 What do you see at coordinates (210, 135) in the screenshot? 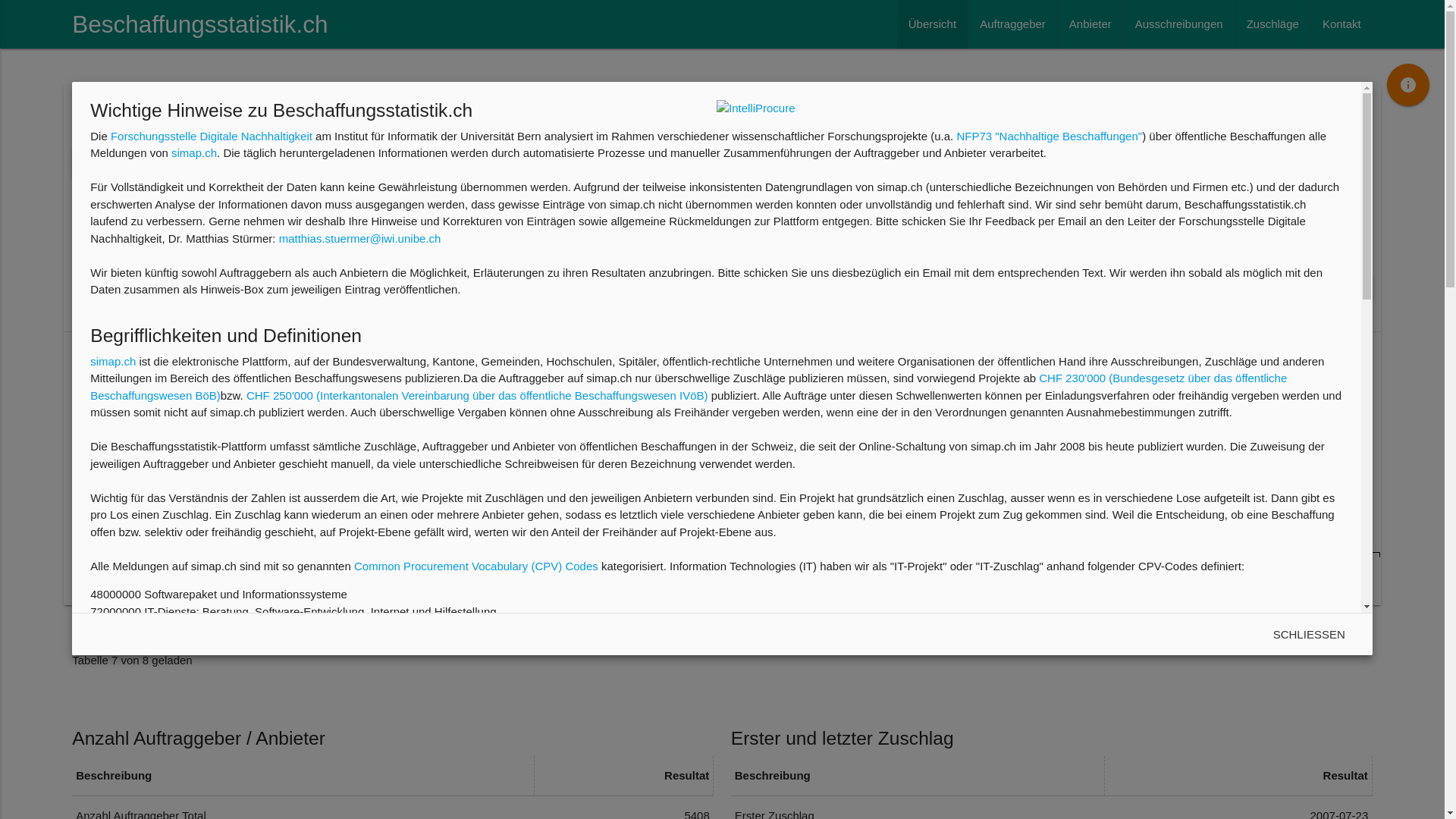
I see `'Forschungsstelle Digitale Nachhaltigkeit'` at bounding box center [210, 135].